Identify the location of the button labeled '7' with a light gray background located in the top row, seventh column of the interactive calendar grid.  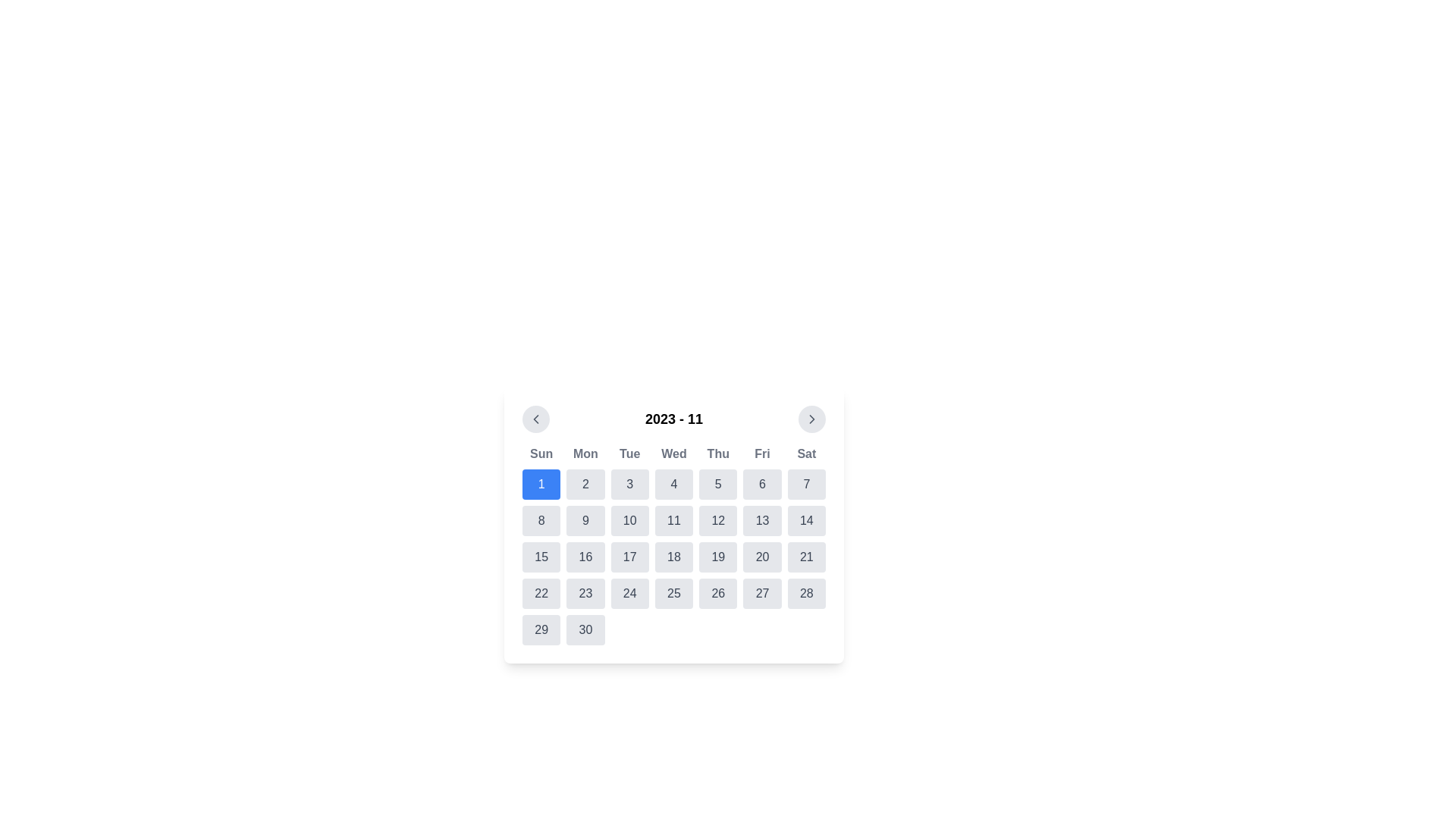
(805, 485).